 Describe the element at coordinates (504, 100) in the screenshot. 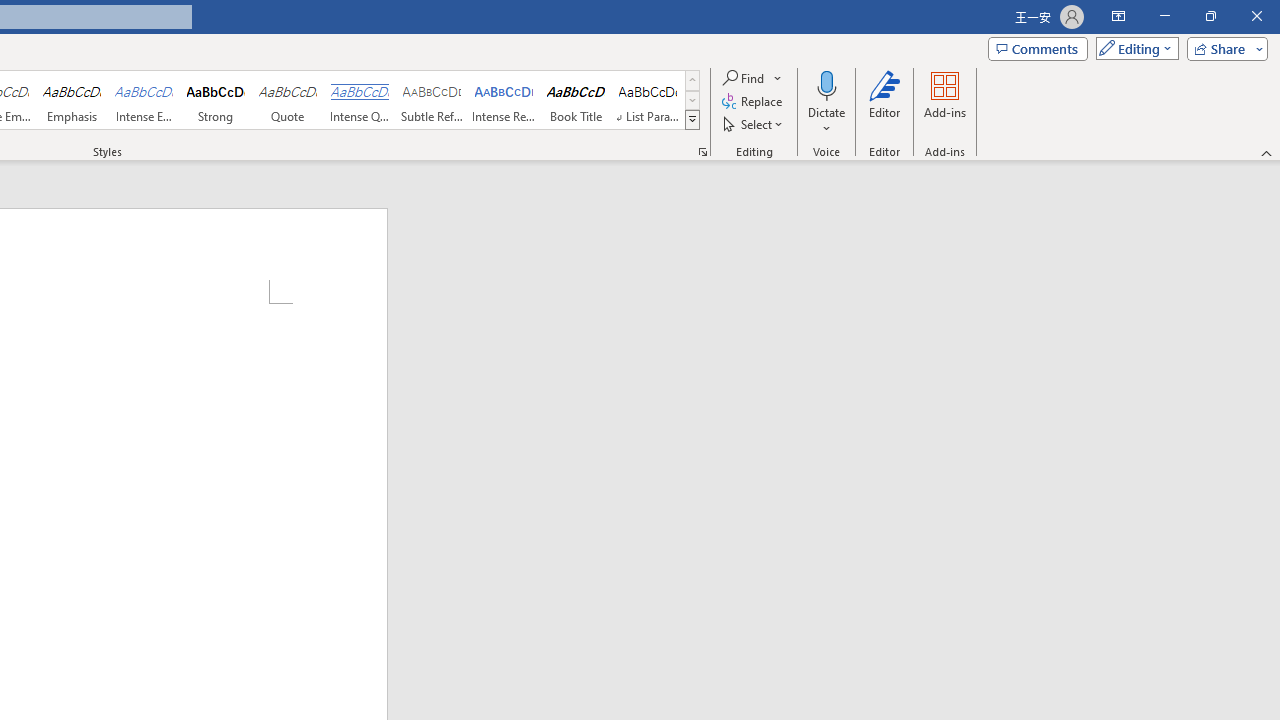

I see `'Intense Reference'` at that location.